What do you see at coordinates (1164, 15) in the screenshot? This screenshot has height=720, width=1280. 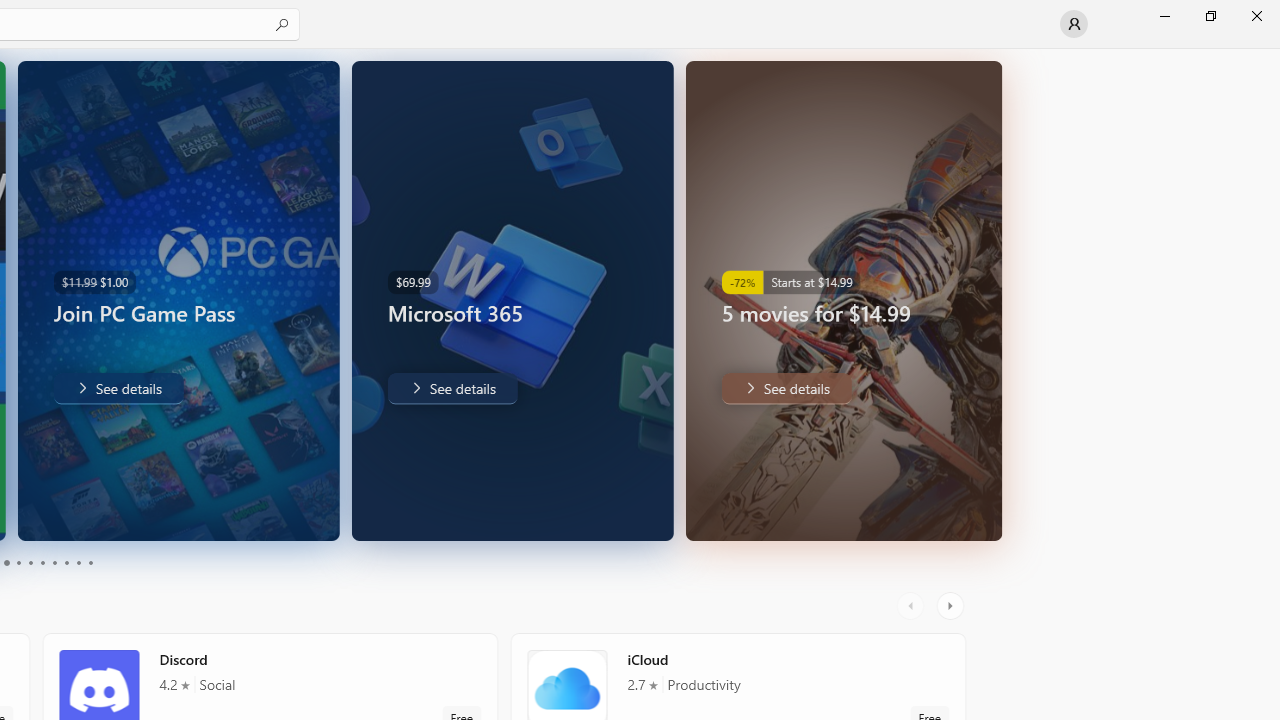 I see `'Minimize Microsoft Store'` at bounding box center [1164, 15].